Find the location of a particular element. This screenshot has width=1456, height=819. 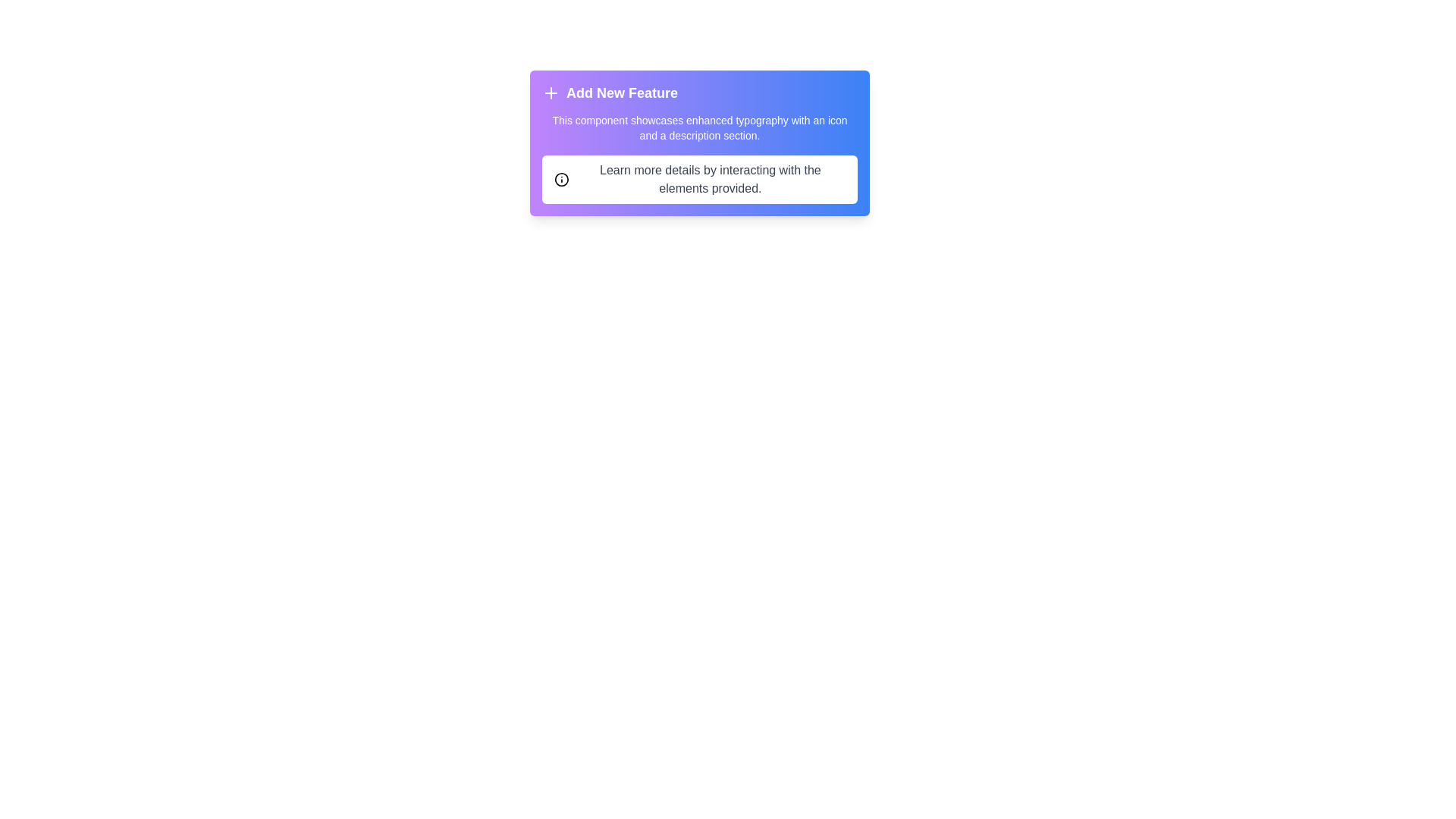

text section in the lower part of the card component that contains the gray text block saying 'Learn more details by interacting with the elements provided.' is located at coordinates (698, 178).